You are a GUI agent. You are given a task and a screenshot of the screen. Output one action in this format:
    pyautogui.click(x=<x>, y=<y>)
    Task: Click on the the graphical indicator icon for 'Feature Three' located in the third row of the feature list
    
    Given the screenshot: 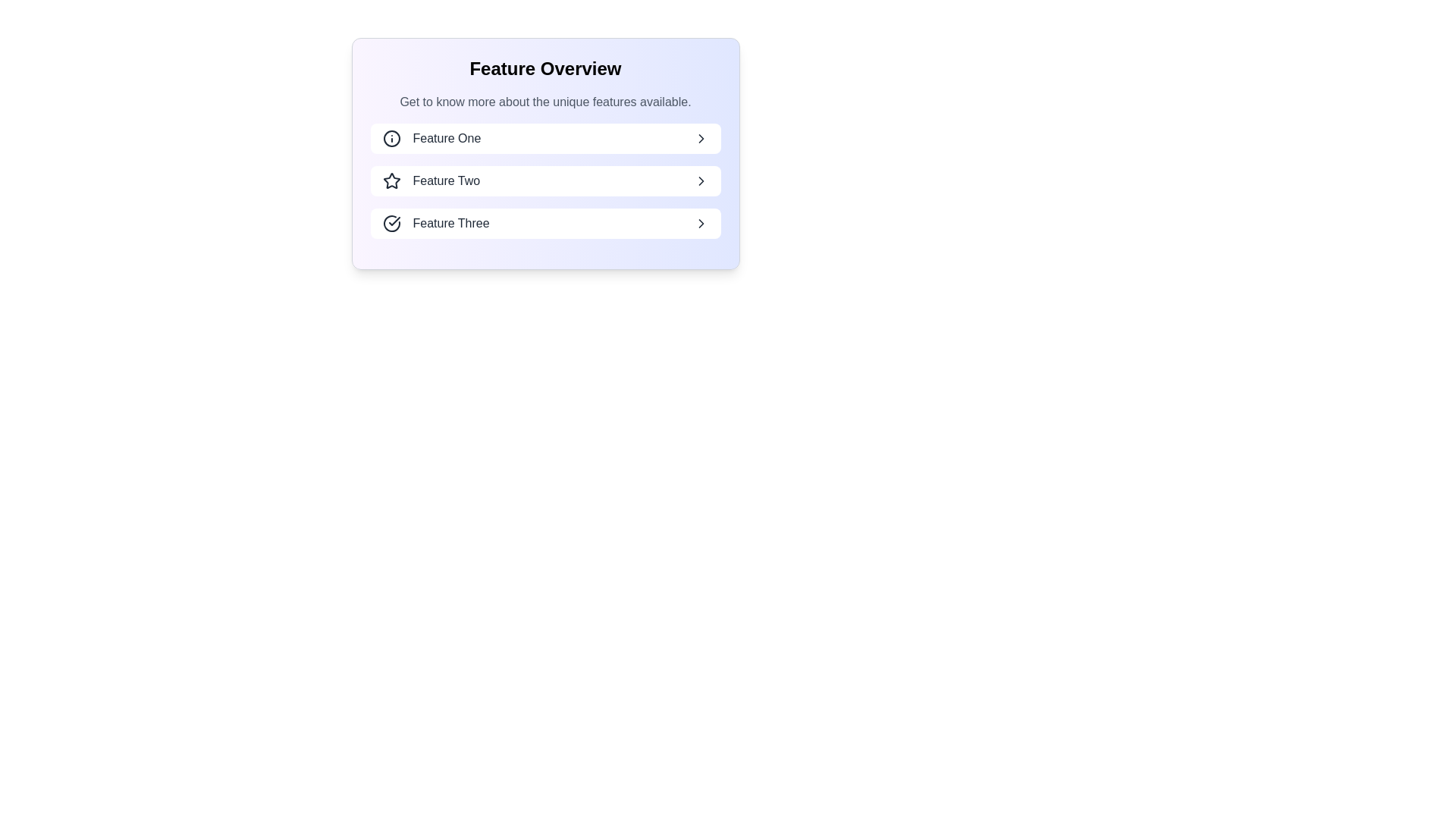 What is the action you would take?
    pyautogui.click(x=391, y=223)
    